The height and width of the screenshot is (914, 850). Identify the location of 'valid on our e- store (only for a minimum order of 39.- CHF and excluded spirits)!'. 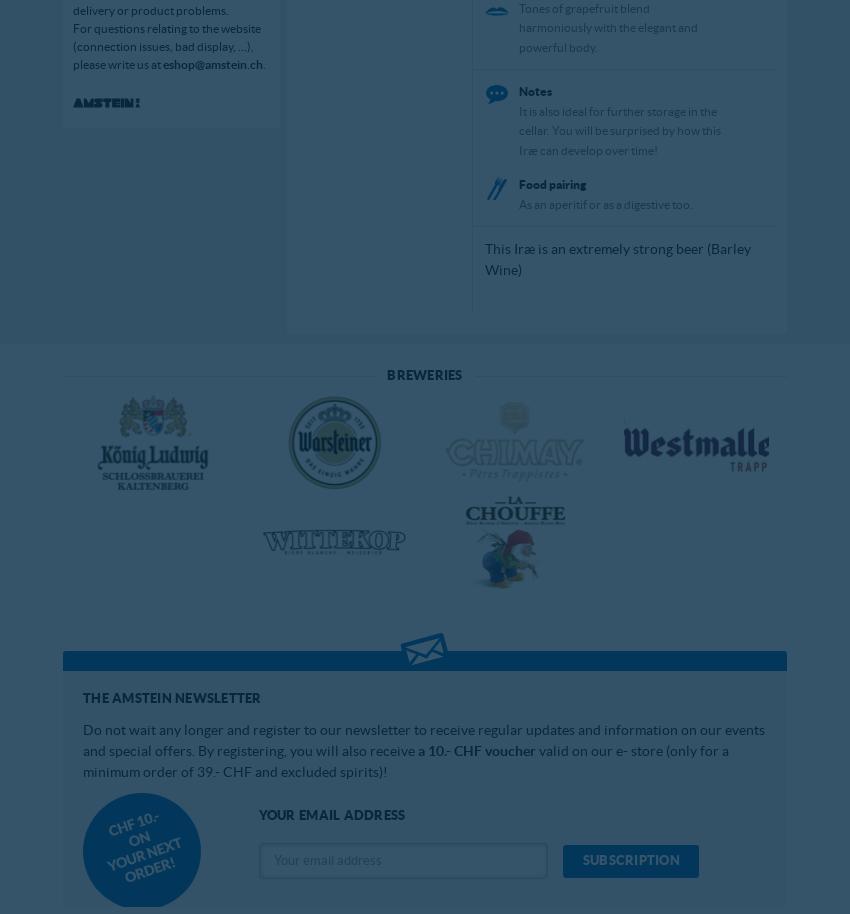
(82, 760).